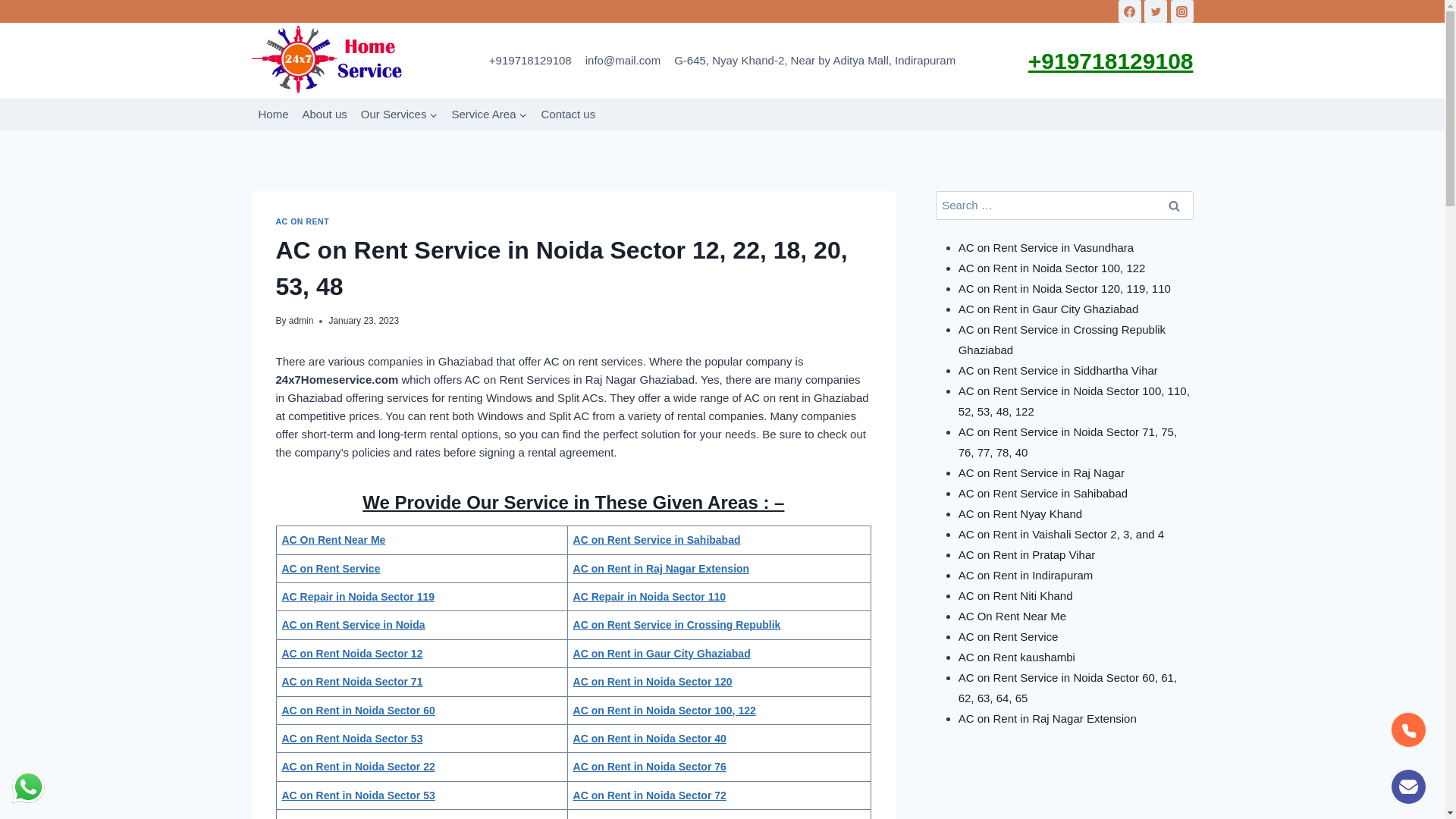 The width and height of the screenshot is (1456, 819). I want to click on 'AC on Rent in Gaur City Ghaziabad', so click(1047, 307).